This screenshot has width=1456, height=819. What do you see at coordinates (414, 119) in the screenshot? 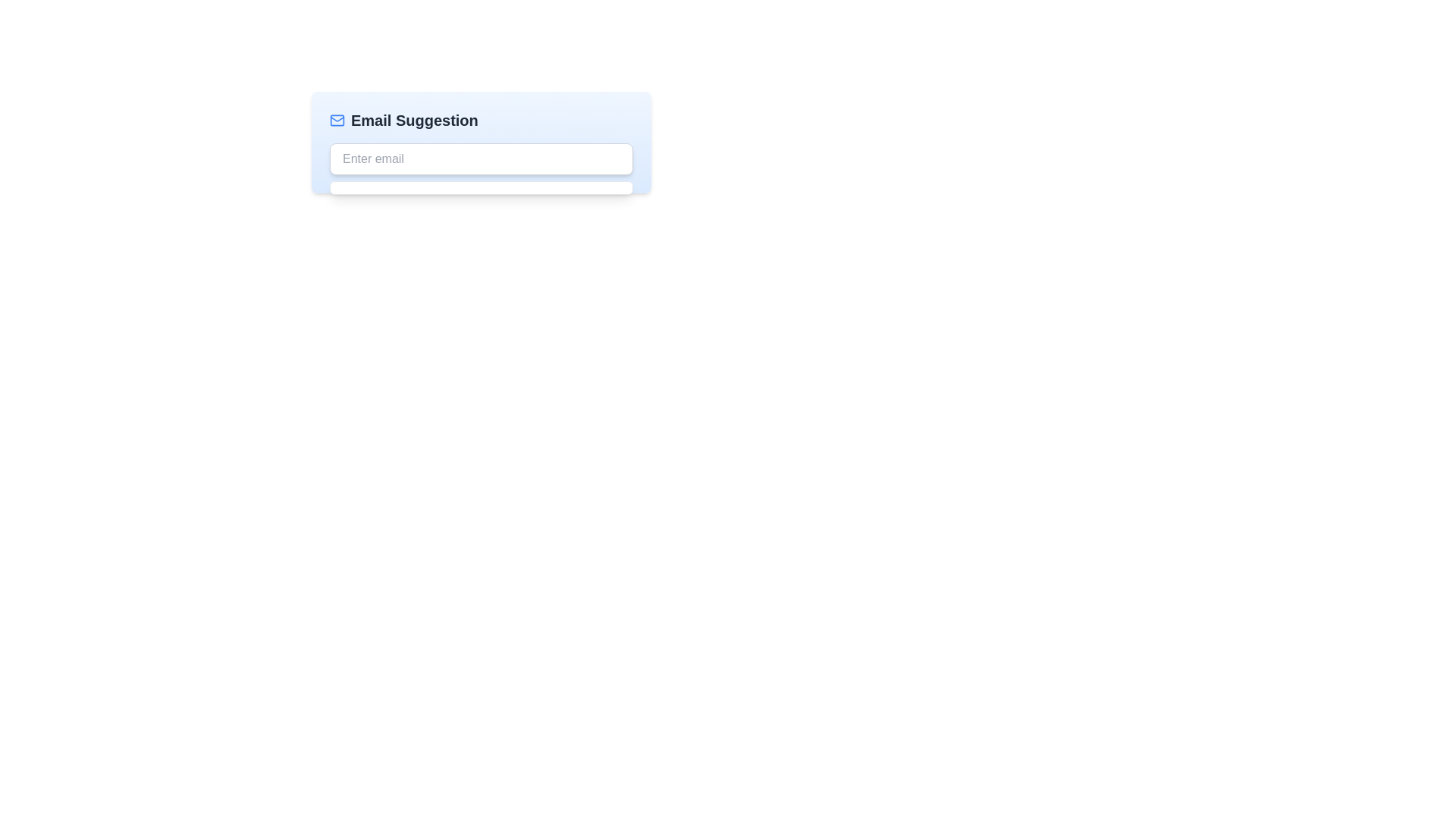
I see `the text label that reads 'Email Suggestion', styled in bold dark gray, located at the top of the email suggestion component next to the blue mail icon` at bounding box center [414, 119].